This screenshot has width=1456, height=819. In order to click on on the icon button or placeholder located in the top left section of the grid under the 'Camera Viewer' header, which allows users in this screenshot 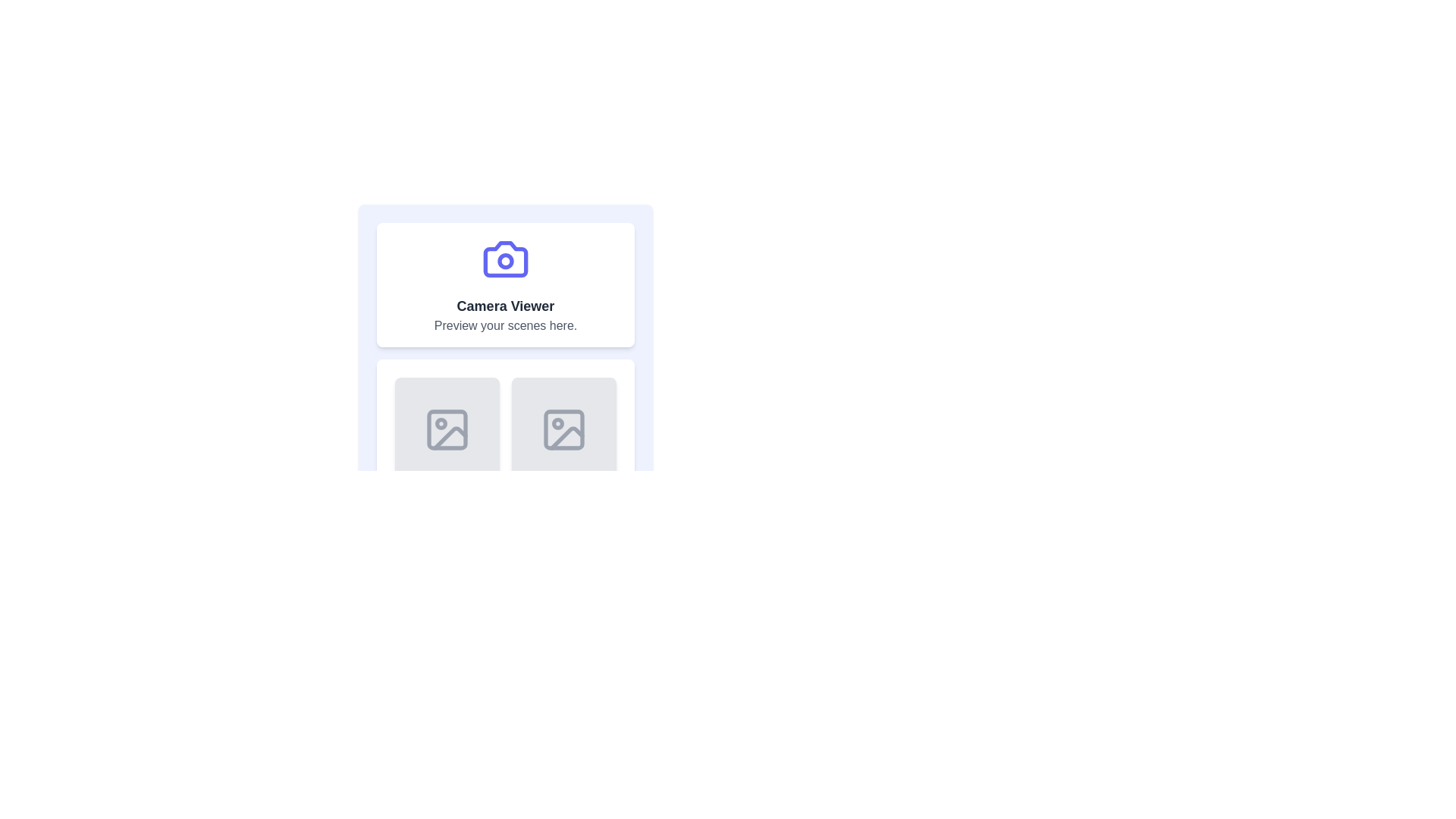, I will do `click(447, 430)`.